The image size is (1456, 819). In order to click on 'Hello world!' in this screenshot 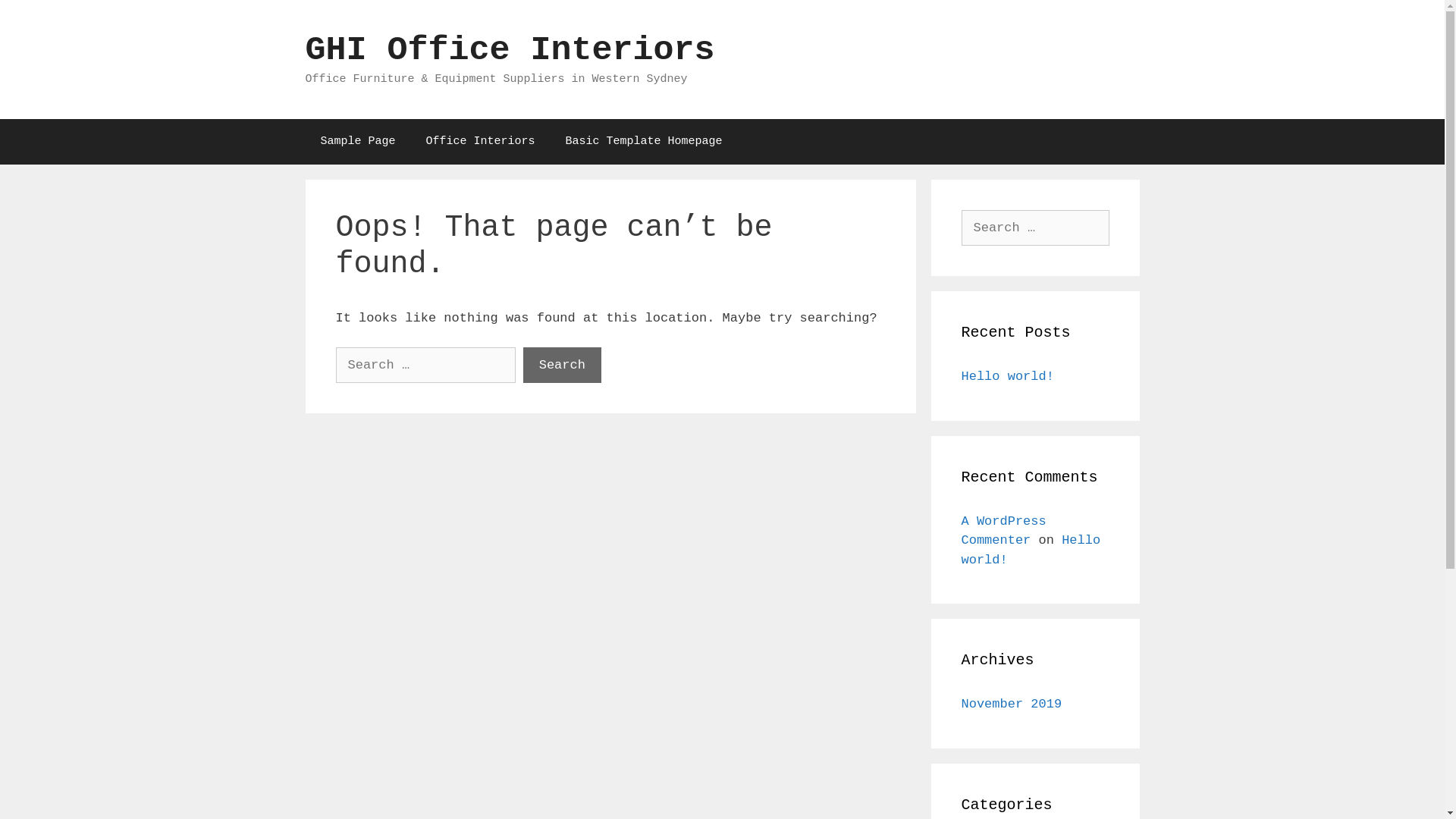, I will do `click(1008, 375)`.